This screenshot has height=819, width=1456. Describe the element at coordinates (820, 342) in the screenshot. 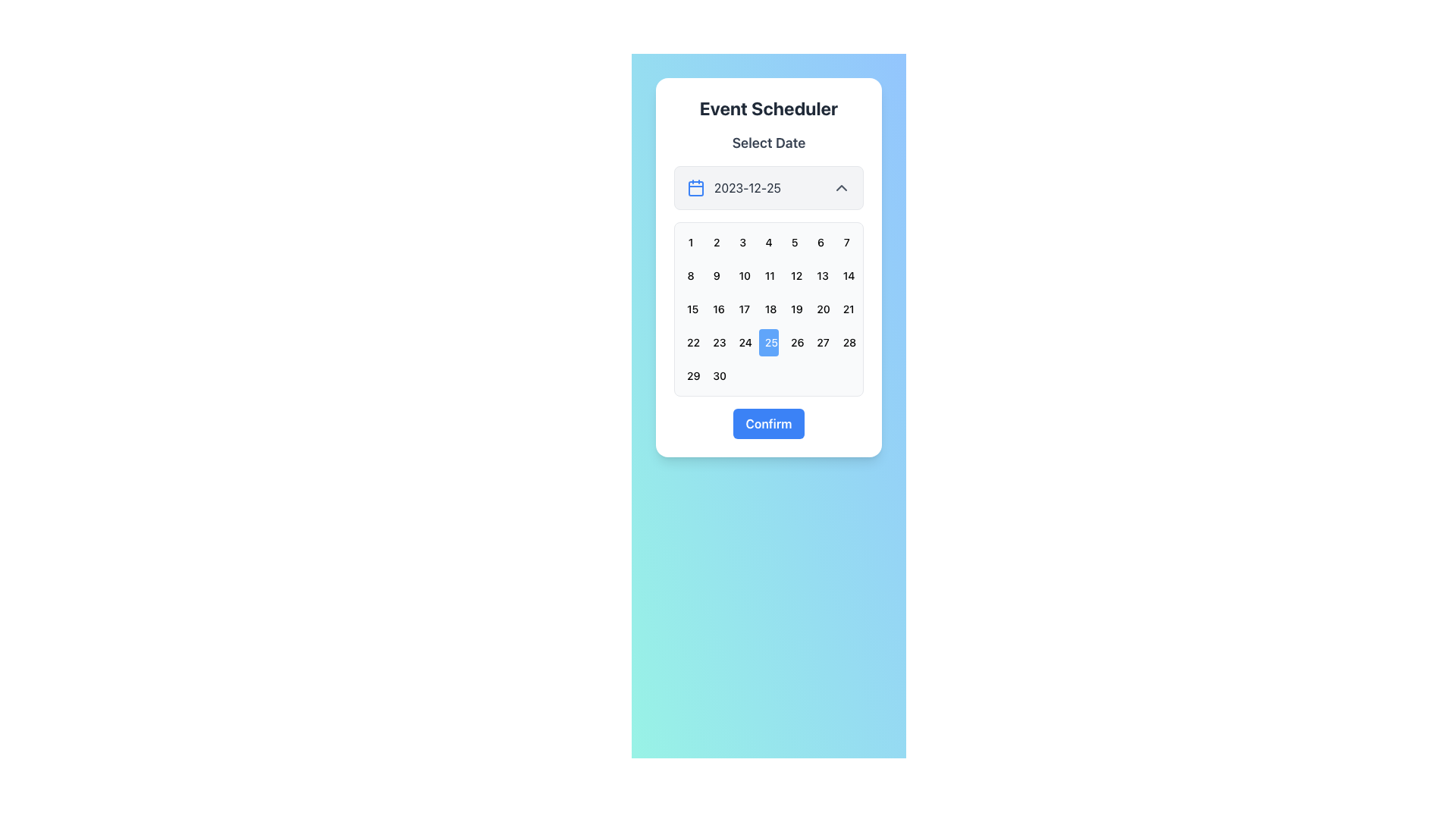

I see `the selectable date button (27th) in the calendar widget located in the fourth row and sixth column` at that location.